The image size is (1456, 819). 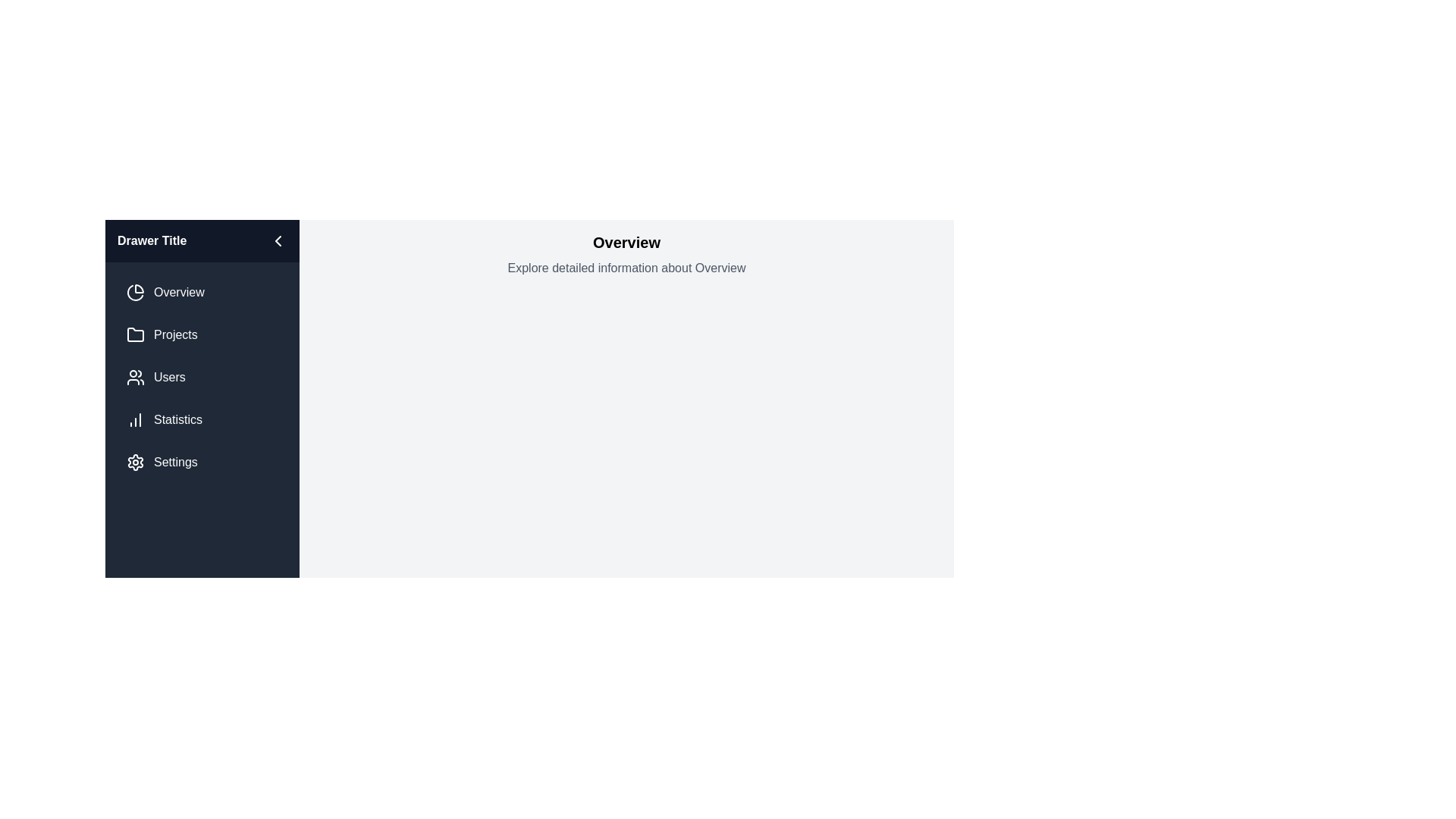 I want to click on the menu item corresponding to Overview in the sidebar to navigate to that section, so click(x=202, y=292).